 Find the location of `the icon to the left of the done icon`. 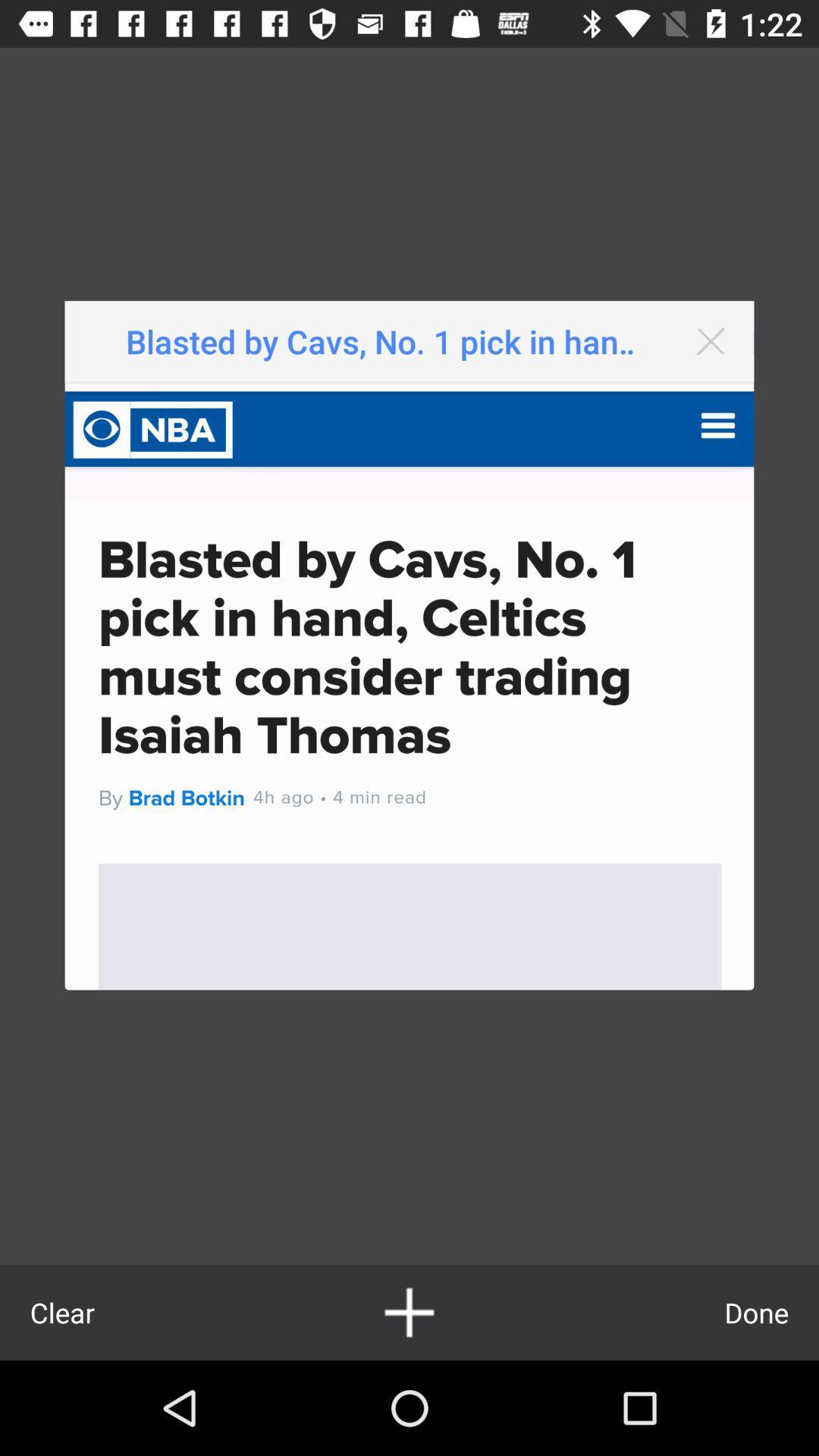

the icon to the left of the done icon is located at coordinates (409, 1312).